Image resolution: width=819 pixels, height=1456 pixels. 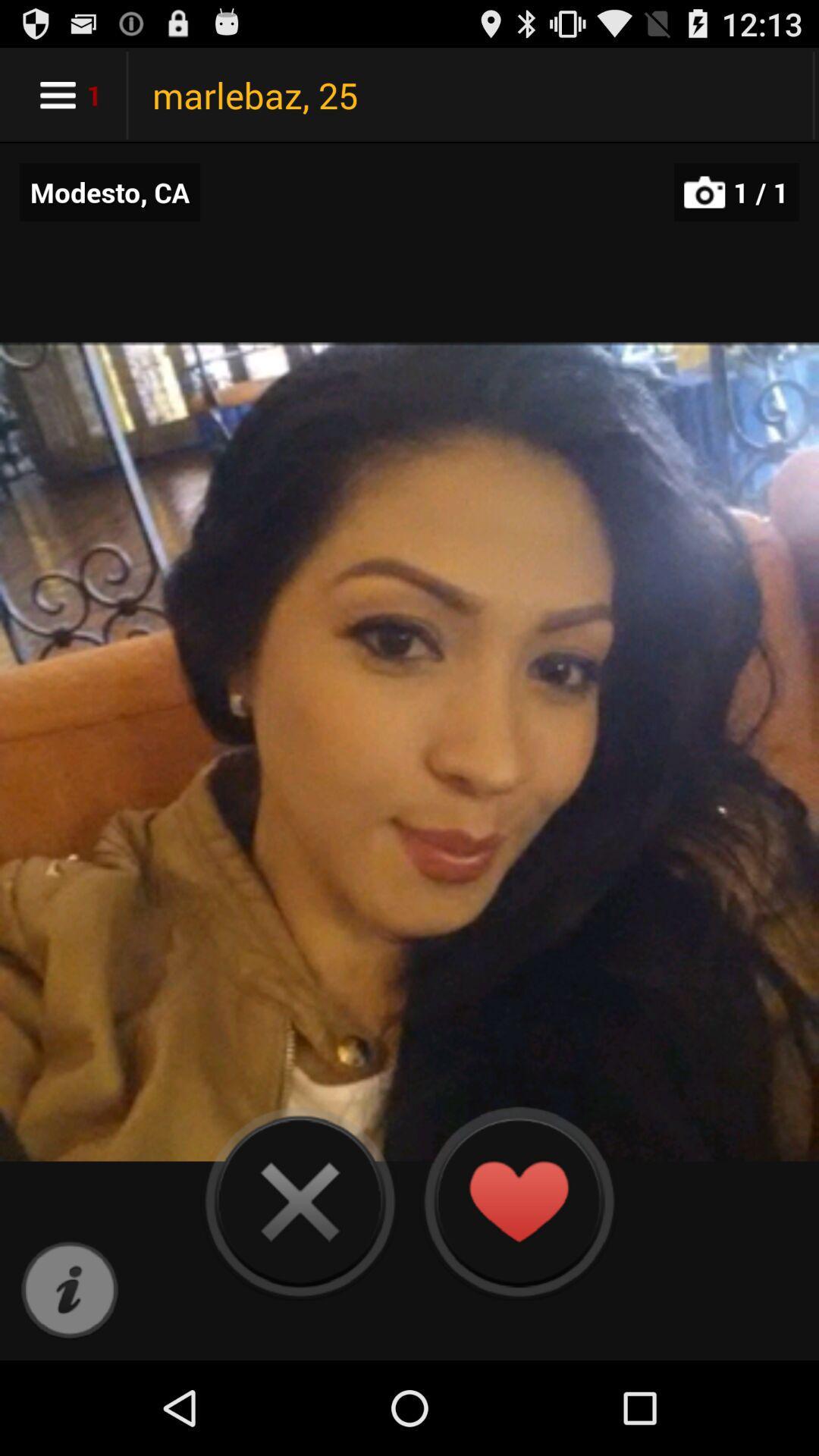 I want to click on acess help menu, so click(x=69, y=1290).